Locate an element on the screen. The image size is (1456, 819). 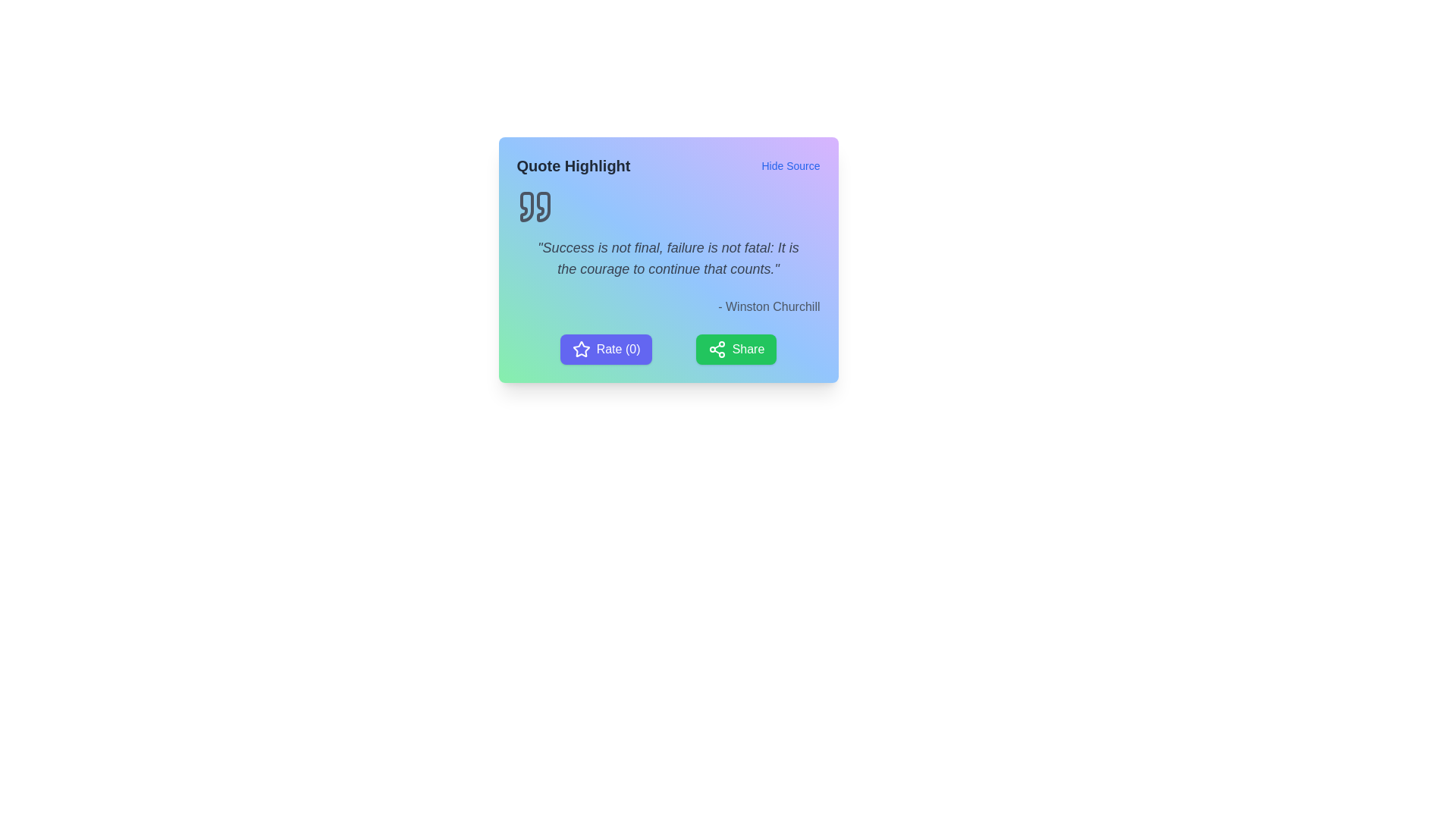
the rating button located on the left side of the interface's bottom section is located at coordinates (605, 350).